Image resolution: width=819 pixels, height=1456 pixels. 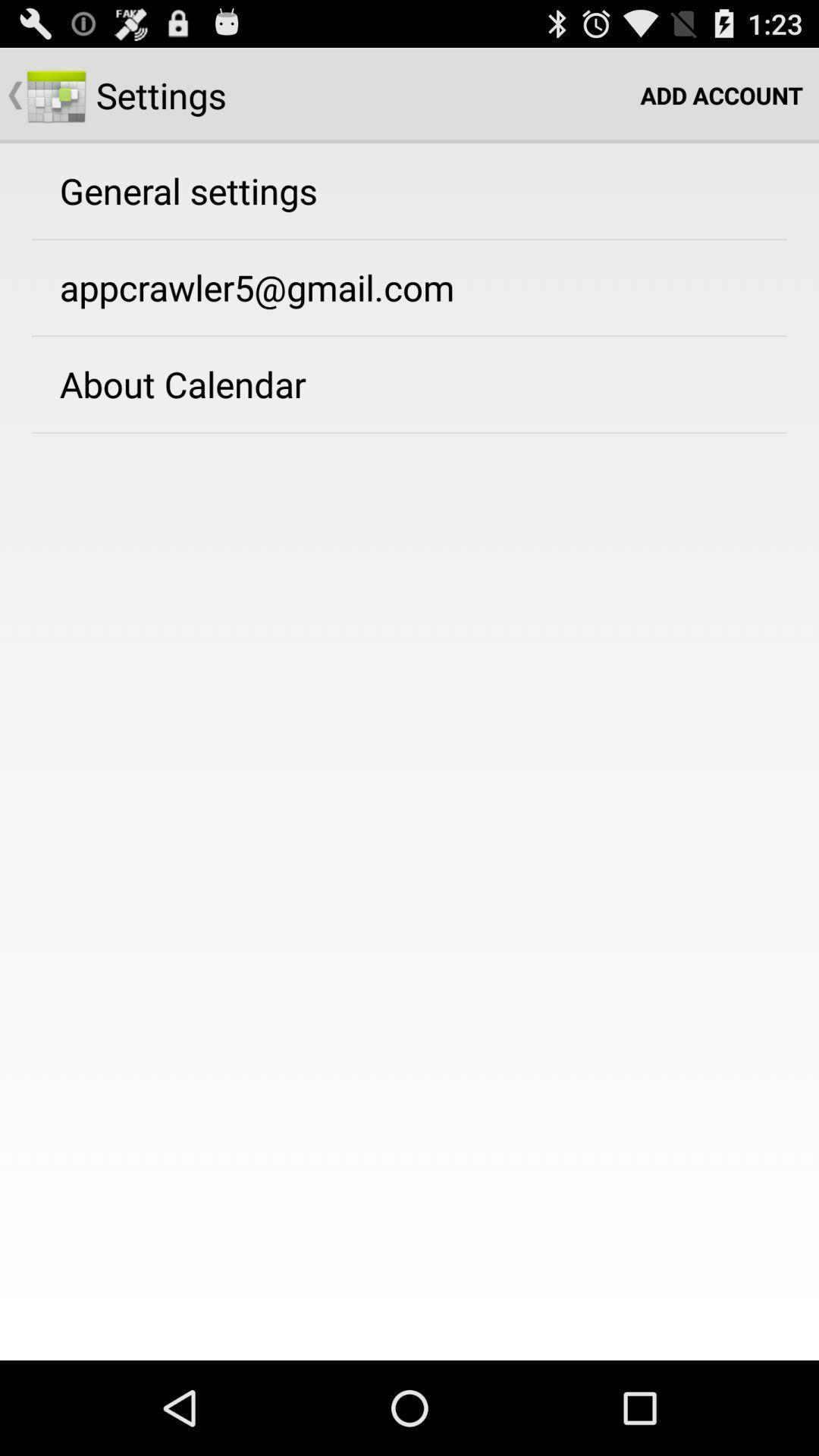 I want to click on the icon at the top right corner, so click(x=720, y=94).